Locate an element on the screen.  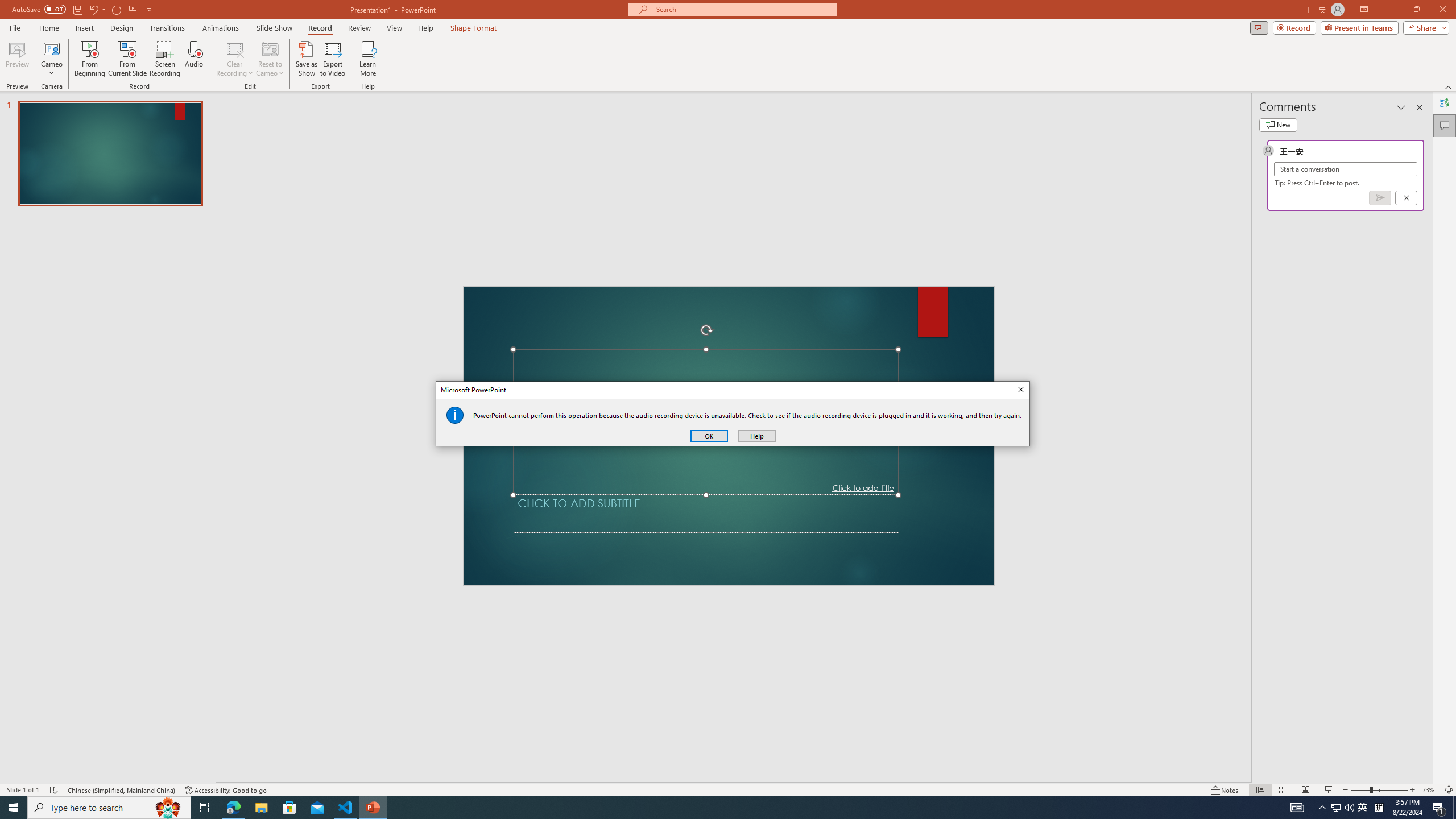
'Class: Static' is located at coordinates (454, 415).